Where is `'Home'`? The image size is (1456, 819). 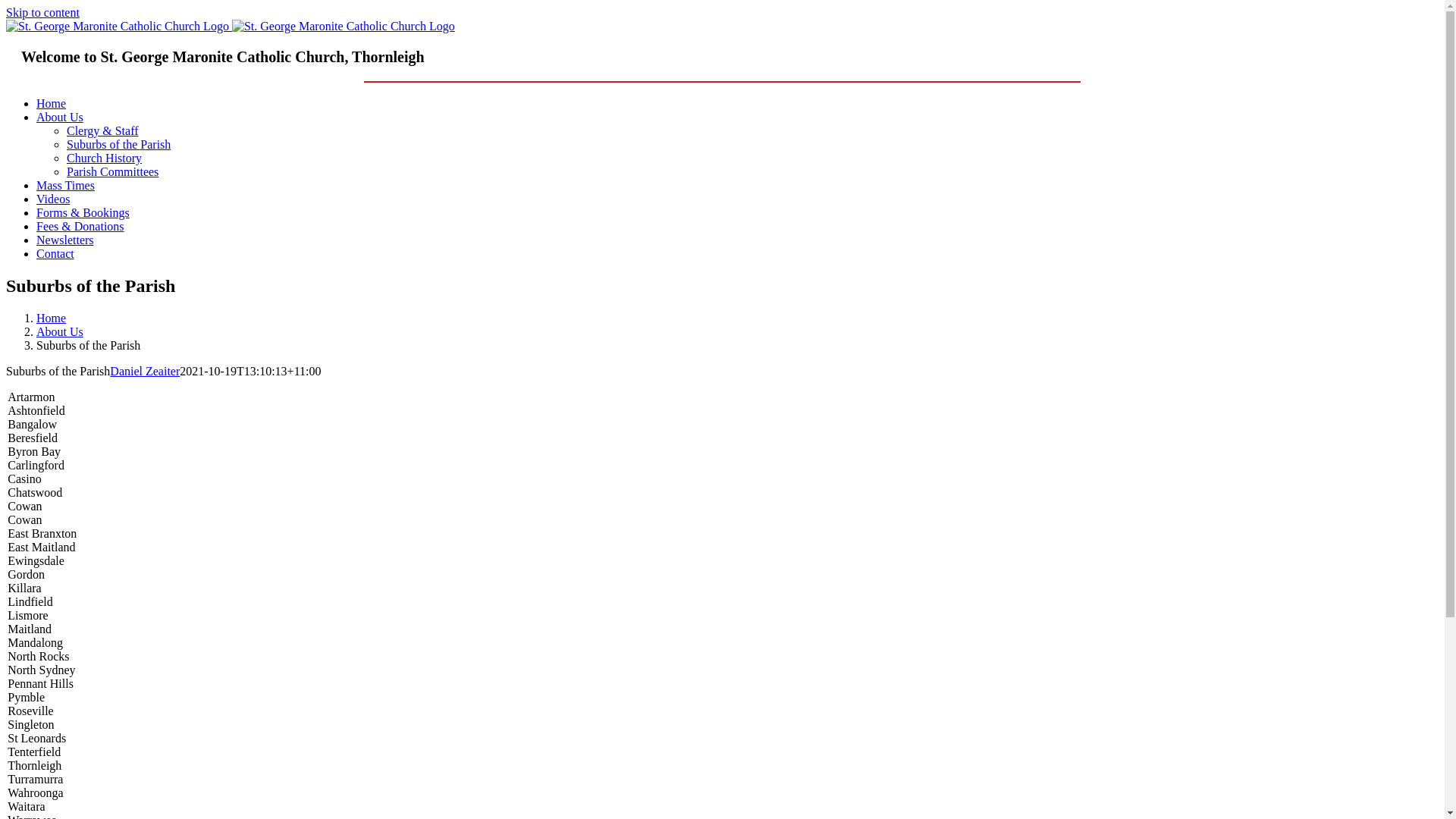
'Home' is located at coordinates (51, 102).